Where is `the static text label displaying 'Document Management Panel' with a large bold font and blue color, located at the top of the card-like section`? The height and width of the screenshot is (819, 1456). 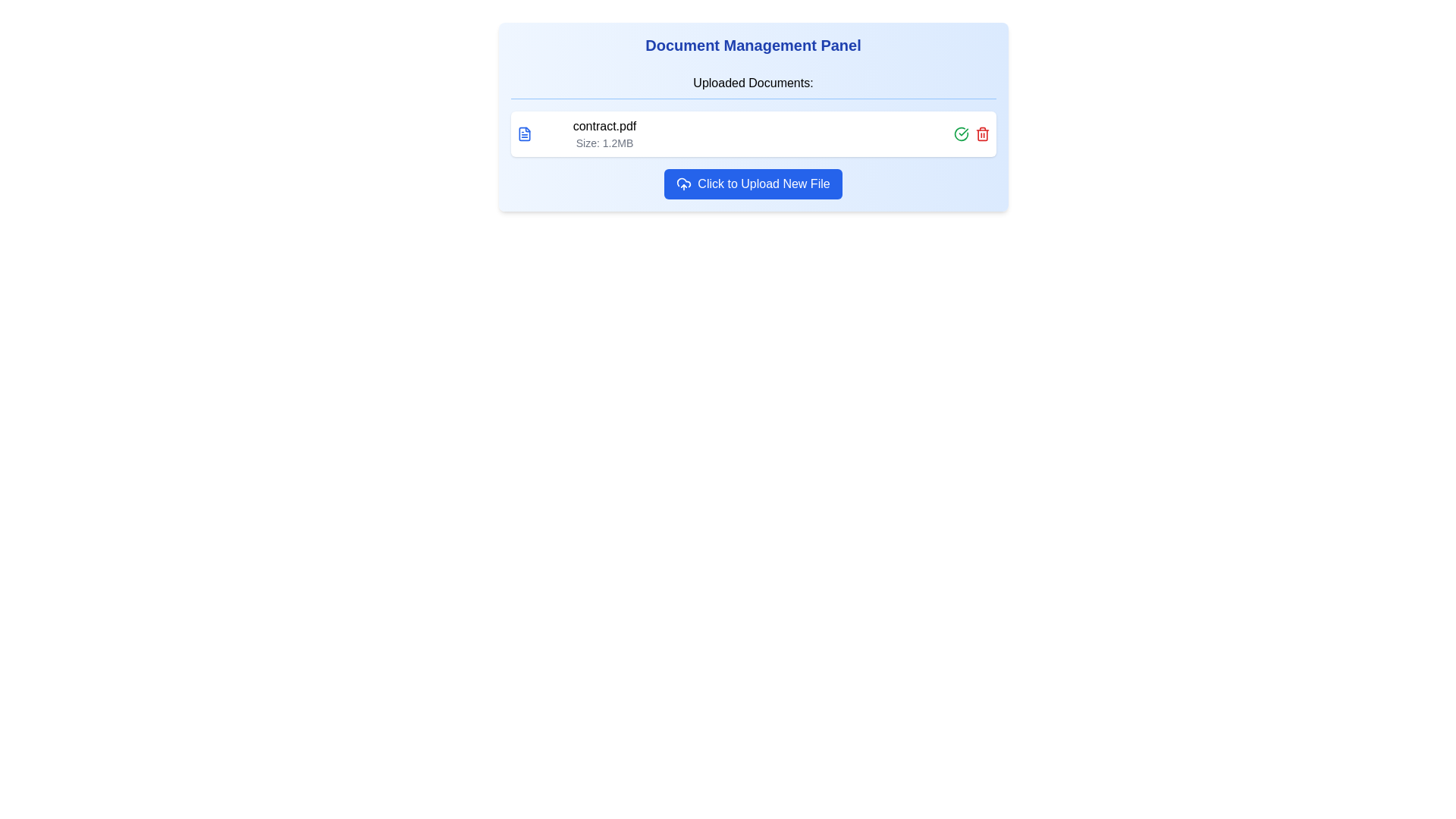
the static text label displaying 'Document Management Panel' with a large bold font and blue color, located at the top of the card-like section is located at coordinates (753, 45).